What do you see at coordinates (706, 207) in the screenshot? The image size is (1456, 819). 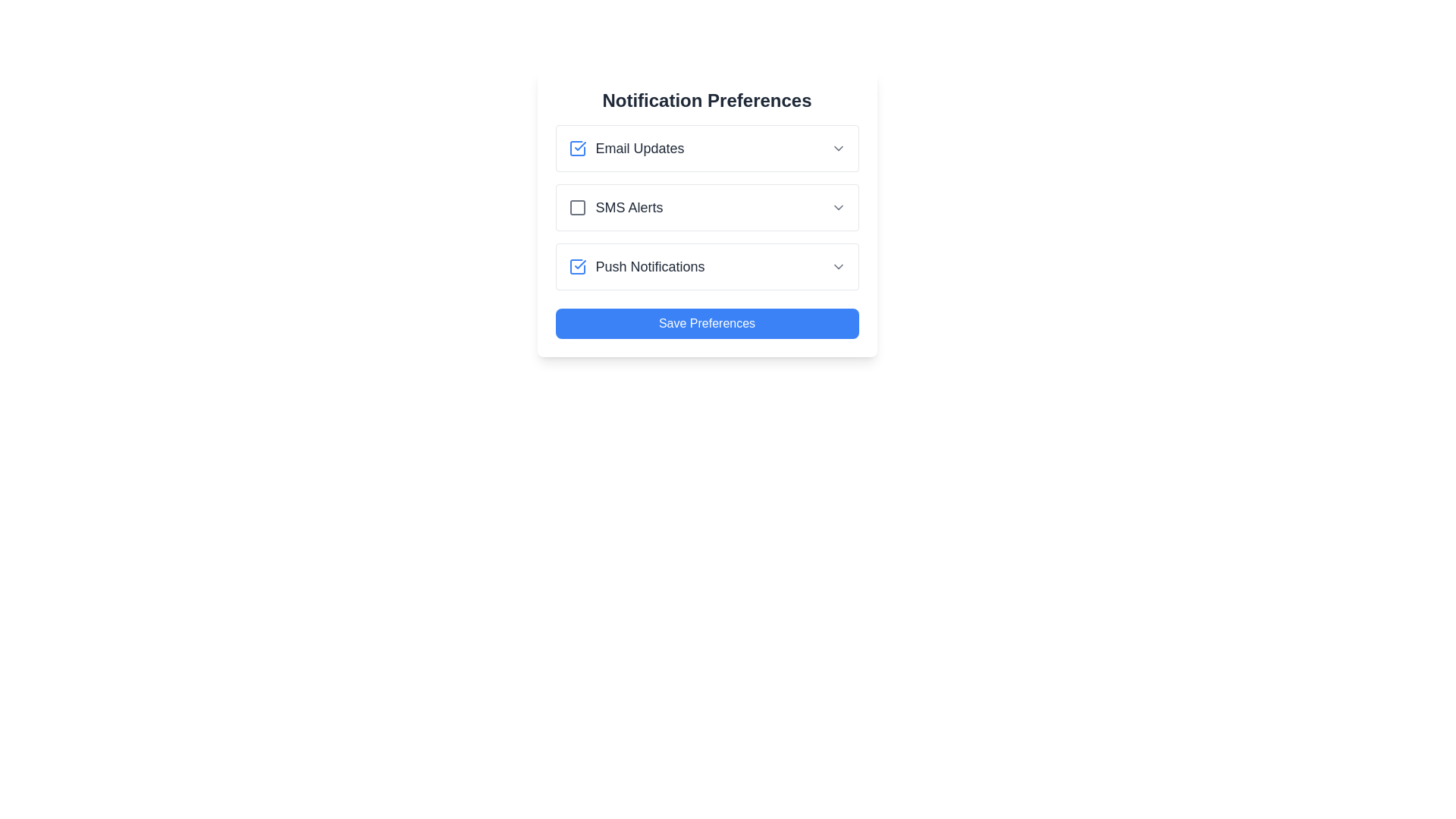 I see `the dropdown of the 'SMS Alerts' List Item with Checkbox and Dropdown to view additional options` at bounding box center [706, 207].